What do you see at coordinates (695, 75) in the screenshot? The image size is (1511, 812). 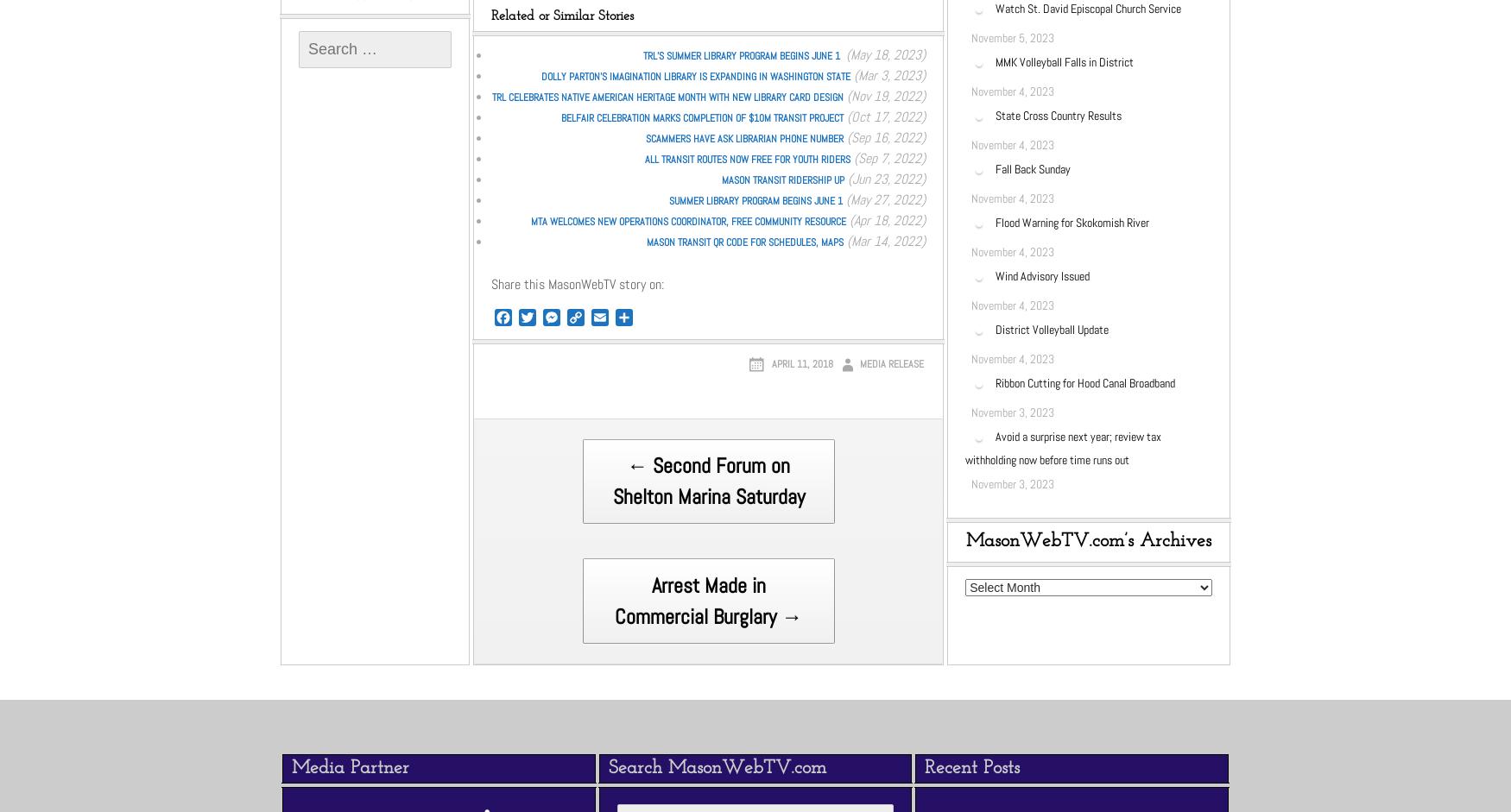 I see `'Dolly Parton’s Imagination Library is Expanding in Washington State'` at bounding box center [695, 75].